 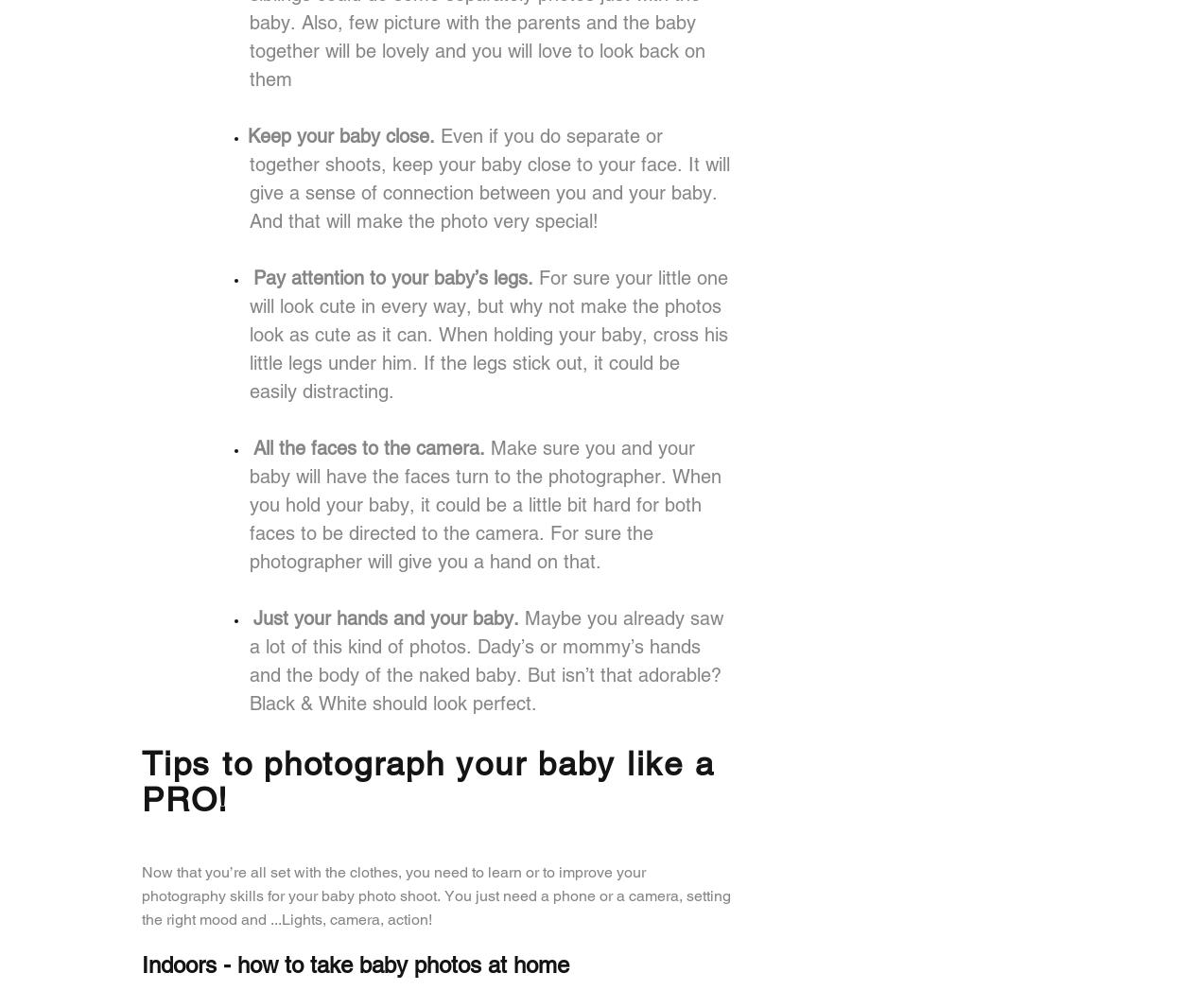 I want to click on 'Pay attention to your baby’s legs.', so click(x=396, y=277).